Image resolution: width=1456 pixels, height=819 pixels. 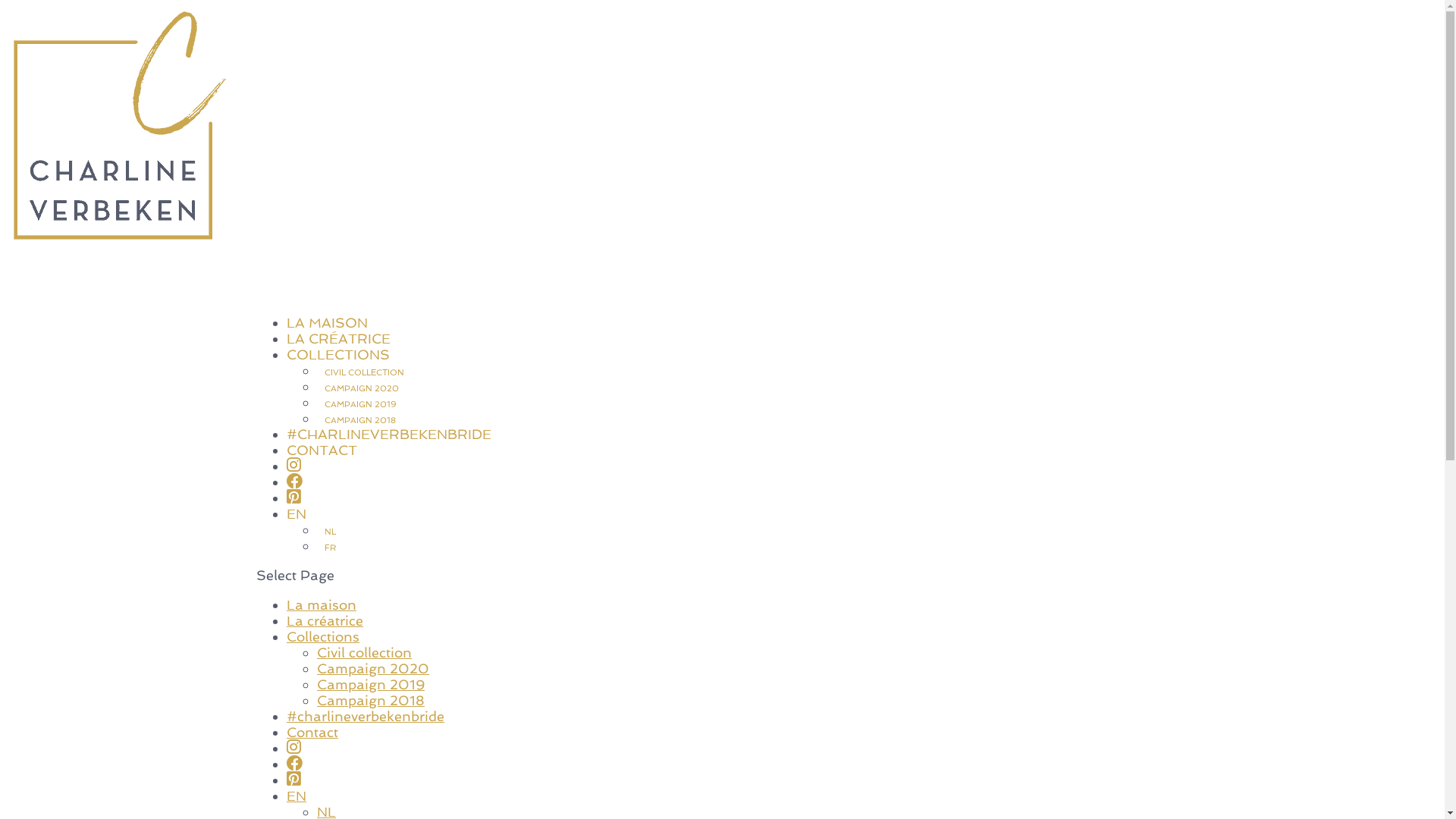 I want to click on 'Collections', so click(x=322, y=636).